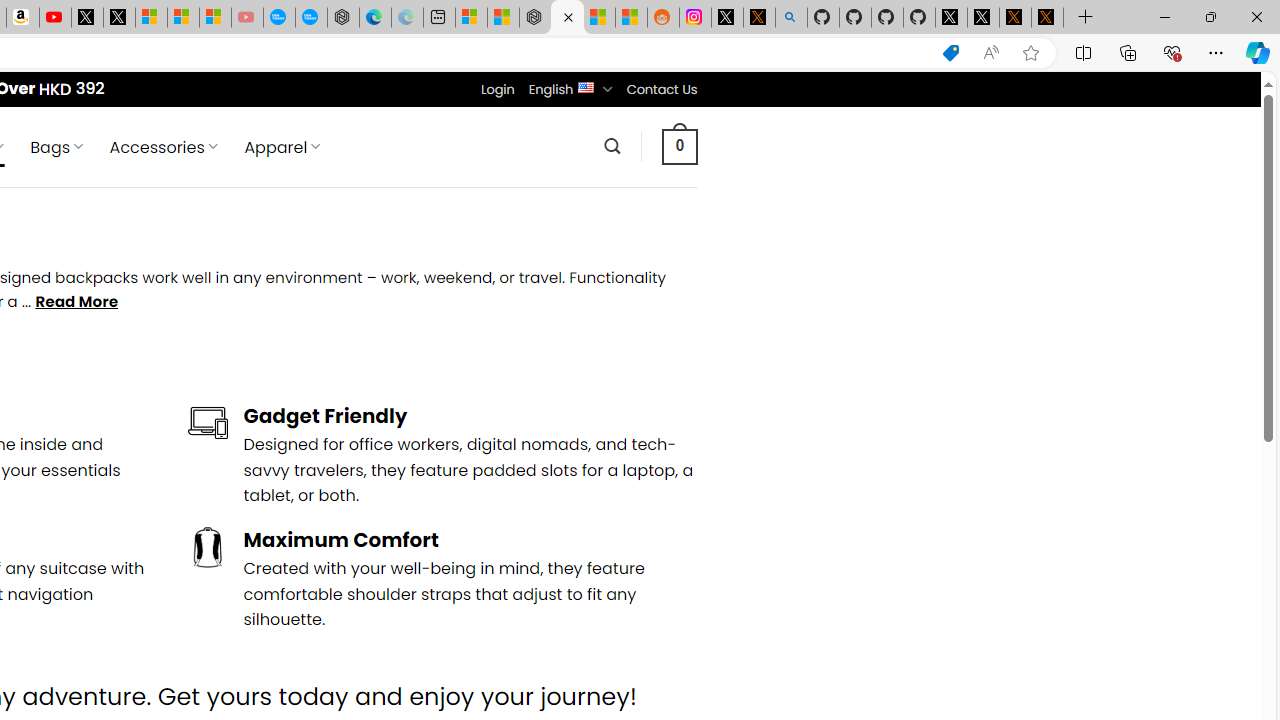 This screenshot has width=1280, height=720. I want to click on 'Gloom - YouTube - Sleeping', so click(246, 17).